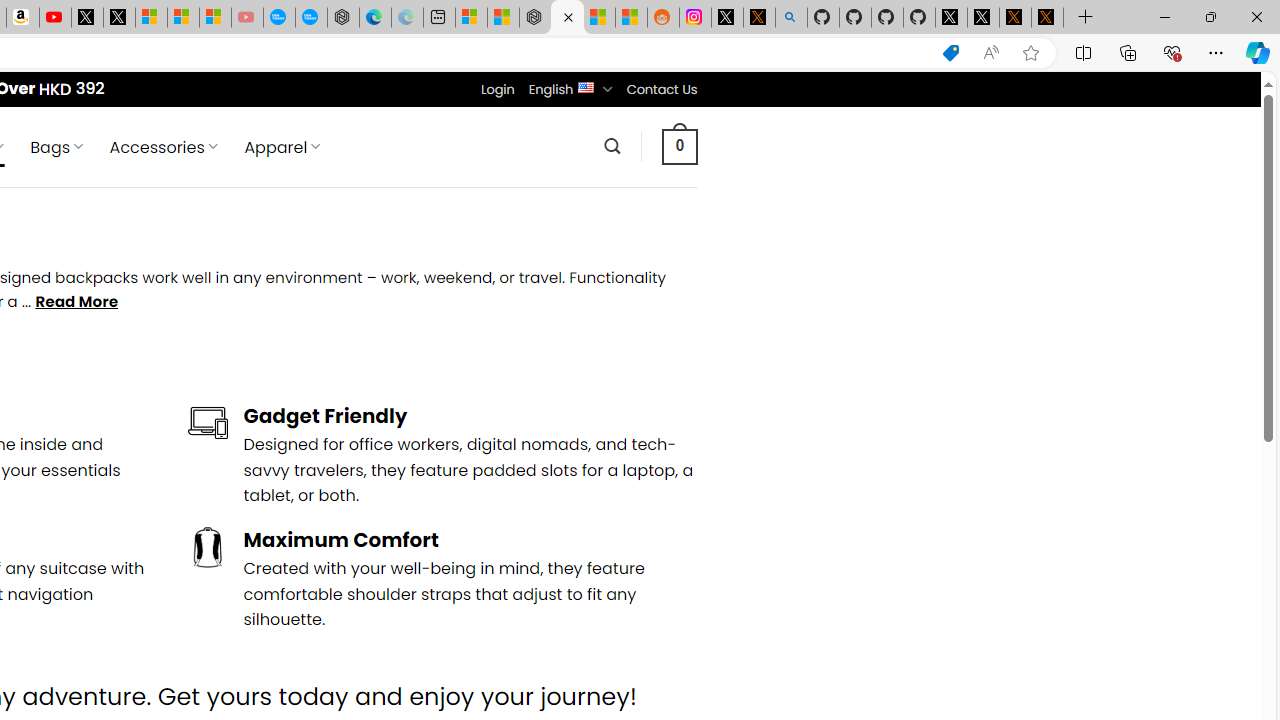 This screenshot has width=1280, height=720. I want to click on 'Gloom - YouTube - Sleeping', so click(246, 17).